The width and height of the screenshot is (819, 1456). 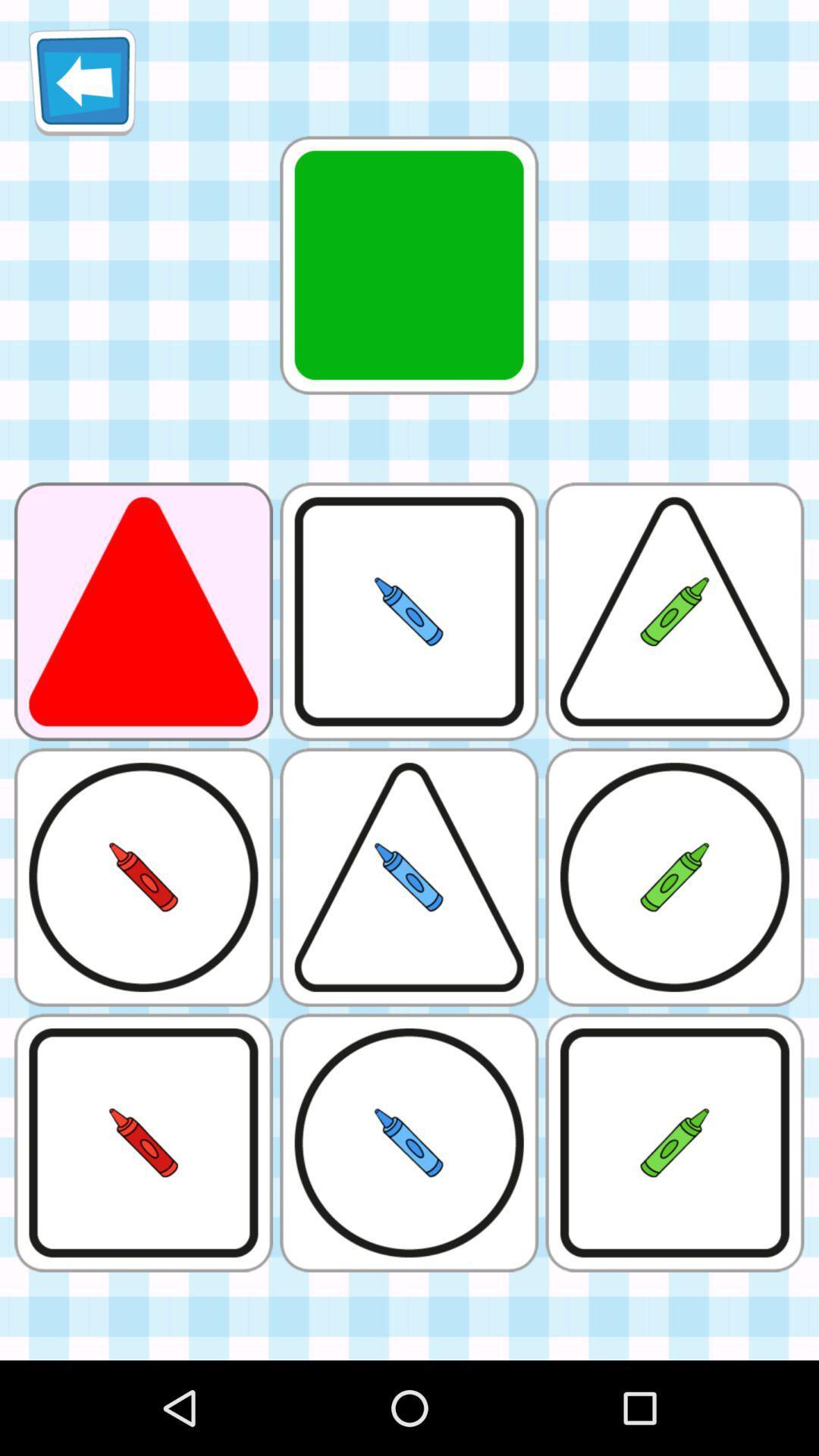 What do you see at coordinates (143, 877) in the screenshot?
I see `the circular image which is below the red triangle` at bounding box center [143, 877].